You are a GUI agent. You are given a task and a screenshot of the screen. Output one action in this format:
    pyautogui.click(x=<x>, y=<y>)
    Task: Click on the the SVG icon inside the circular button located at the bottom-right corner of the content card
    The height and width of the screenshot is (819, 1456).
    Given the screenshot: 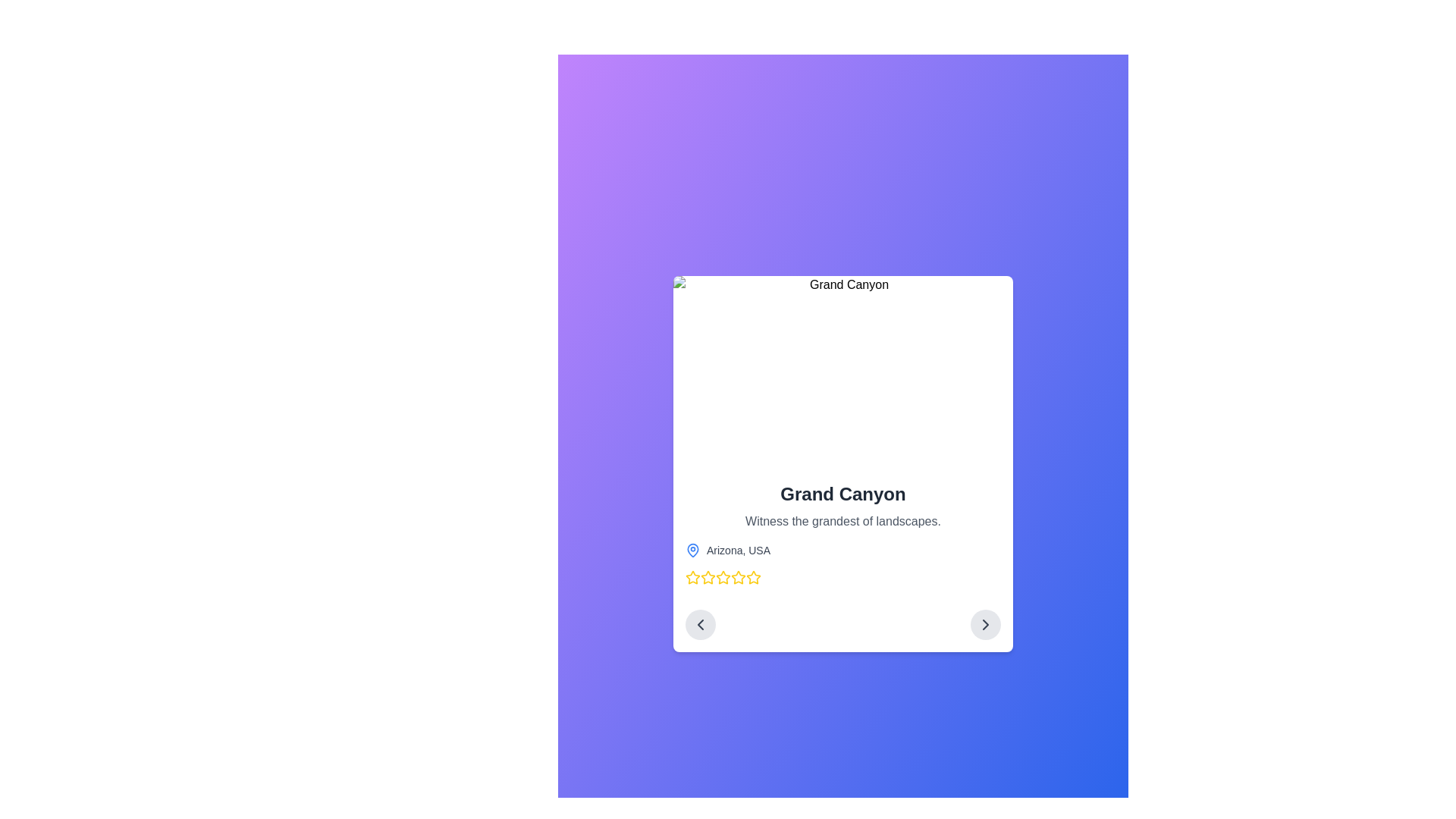 What is the action you would take?
    pyautogui.click(x=986, y=625)
    